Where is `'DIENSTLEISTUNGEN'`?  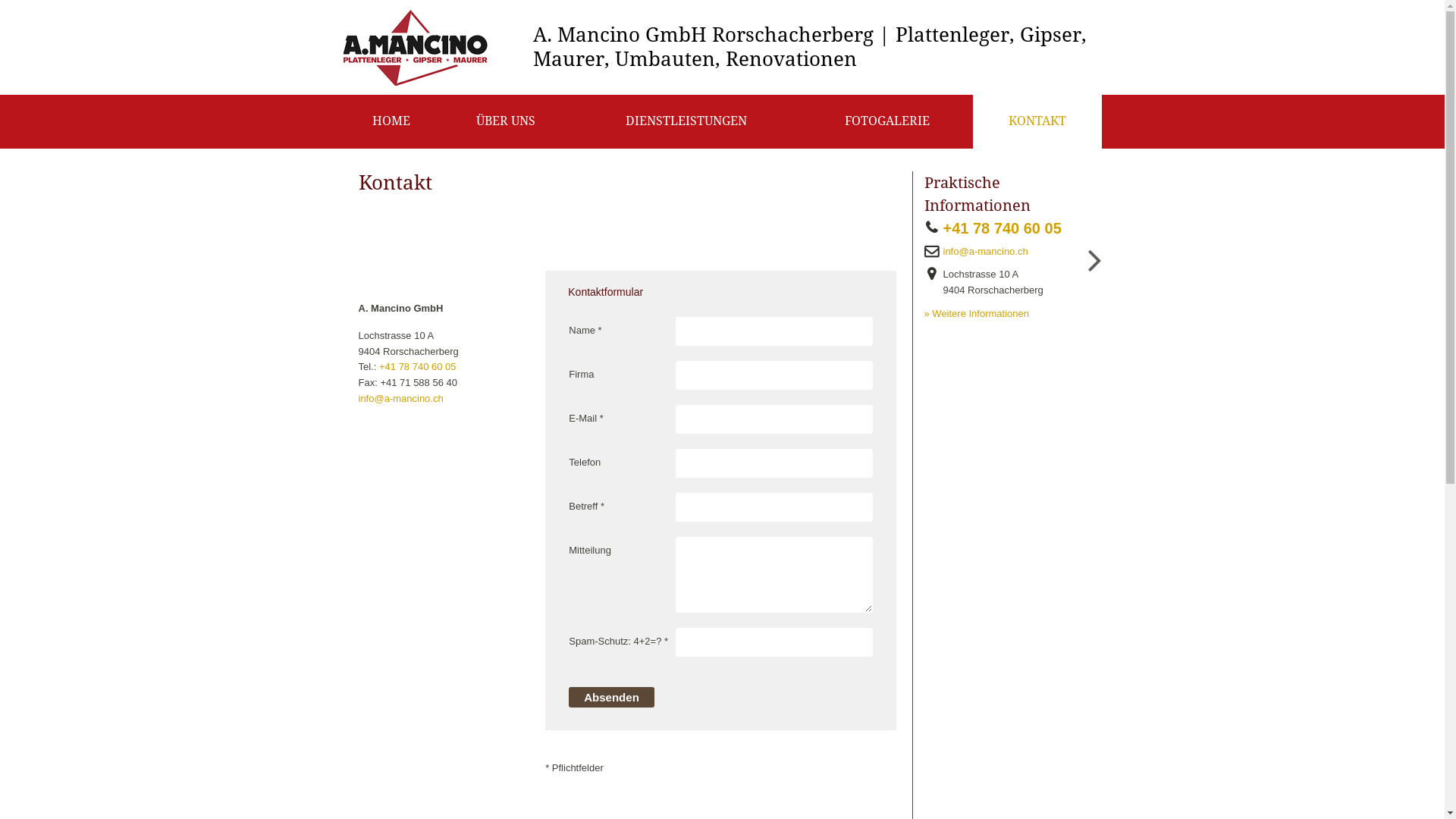 'DIENSTLEISTUNGEN' is located at coordinates (686, 121).